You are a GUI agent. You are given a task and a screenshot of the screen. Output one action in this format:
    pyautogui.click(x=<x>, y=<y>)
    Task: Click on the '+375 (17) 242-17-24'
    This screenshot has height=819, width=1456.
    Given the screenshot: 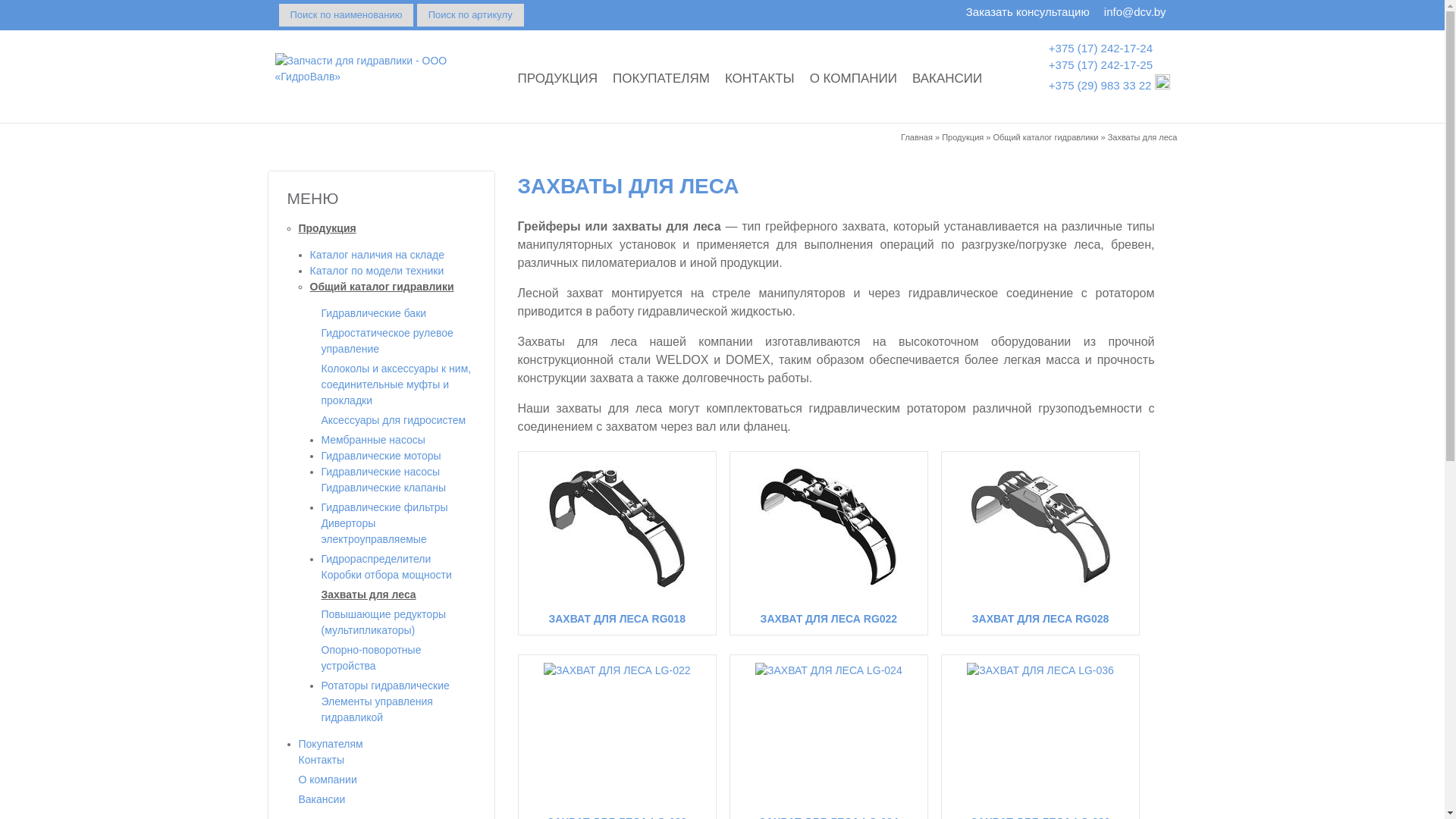 What is the action you would take?
    pyautogui.click(x=1100, y=46)
    